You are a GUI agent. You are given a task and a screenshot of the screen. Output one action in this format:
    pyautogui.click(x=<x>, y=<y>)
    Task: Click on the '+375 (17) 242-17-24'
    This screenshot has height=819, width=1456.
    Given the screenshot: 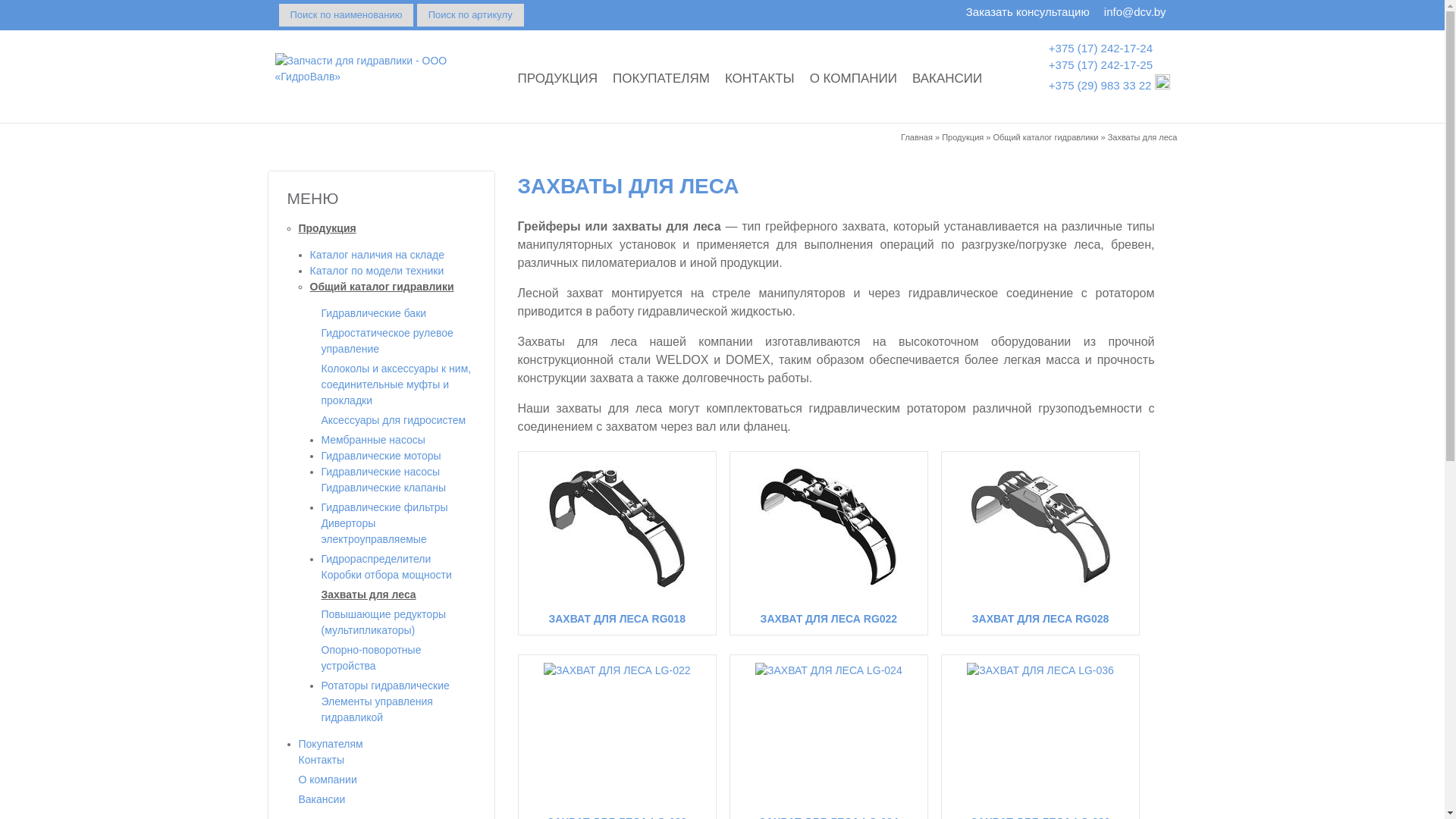 What is the action you would take?
    pyautogui.click(x=1100, y=46)
    